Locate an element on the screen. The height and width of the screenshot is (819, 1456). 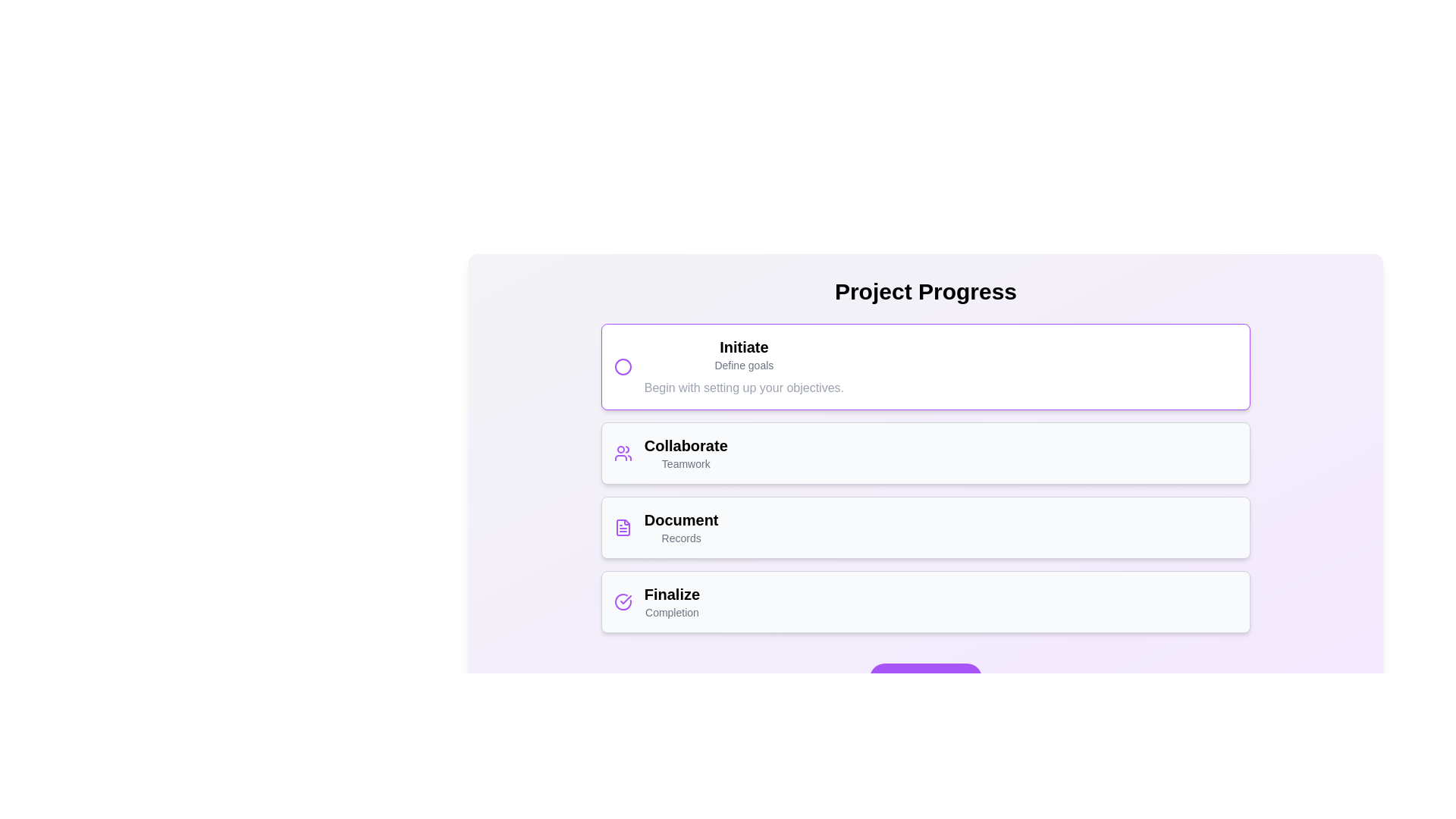
the static text label that reads 'Define goals', which is positioned below the 'Initiate' label in the Project Progress section is located at coordinates (744, 366).